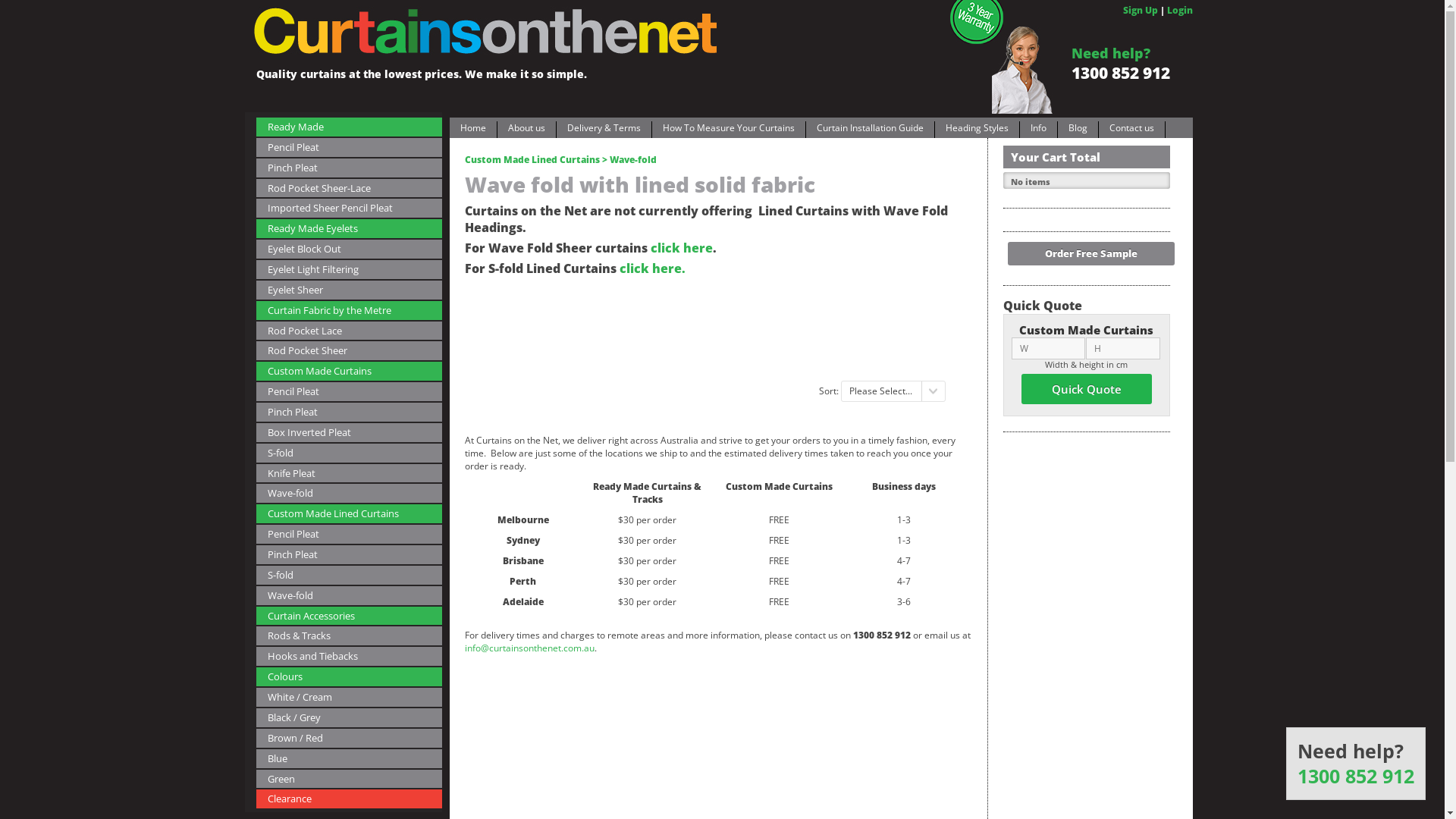 The height and width of the screenshot is (819, 1456). Describe the element at coordinates (1056, 128) in the screenshot. I see `'Blog'` at that location.